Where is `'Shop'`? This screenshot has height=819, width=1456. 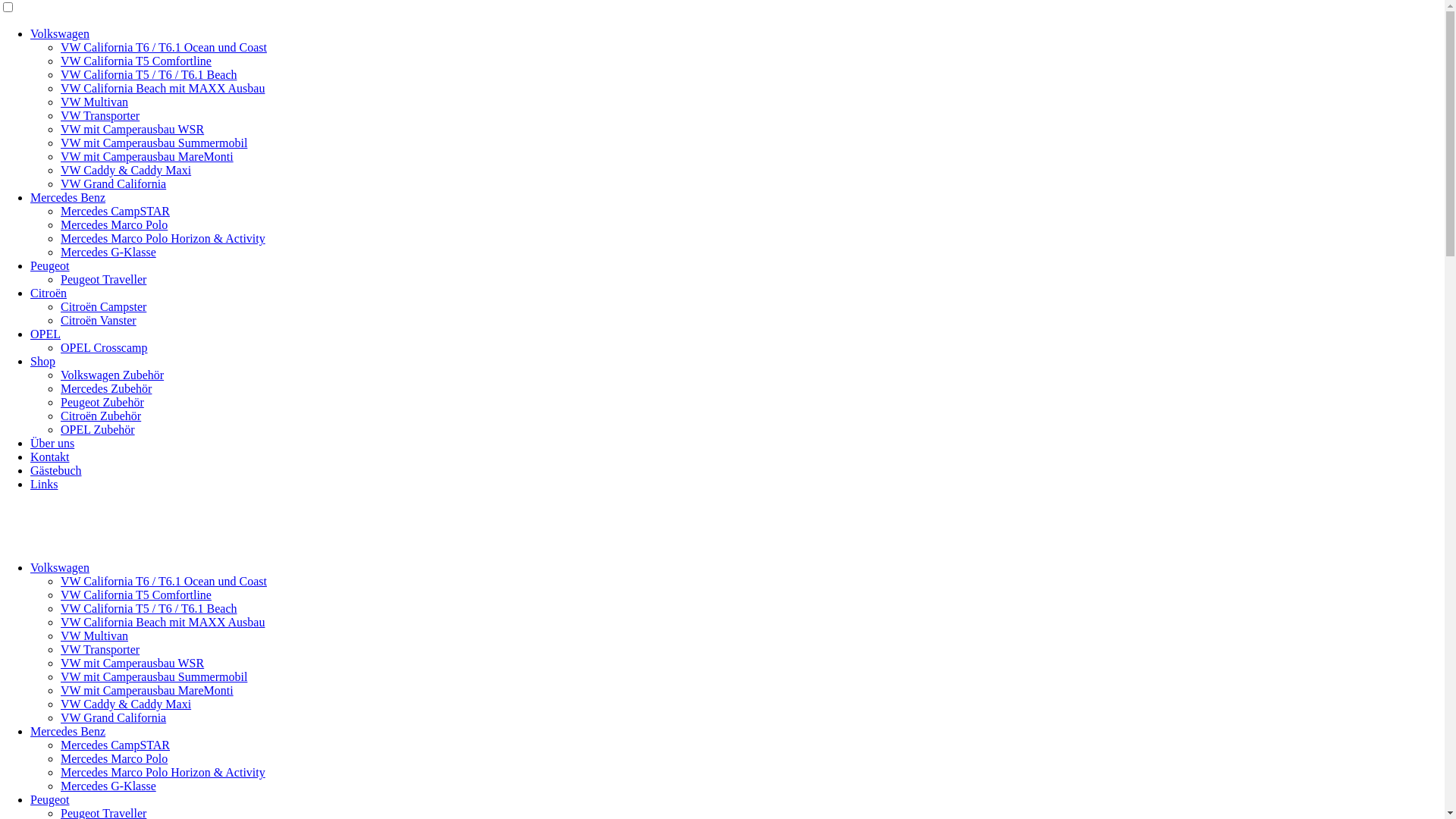
'Shop' is located at coordinates (42, 361).